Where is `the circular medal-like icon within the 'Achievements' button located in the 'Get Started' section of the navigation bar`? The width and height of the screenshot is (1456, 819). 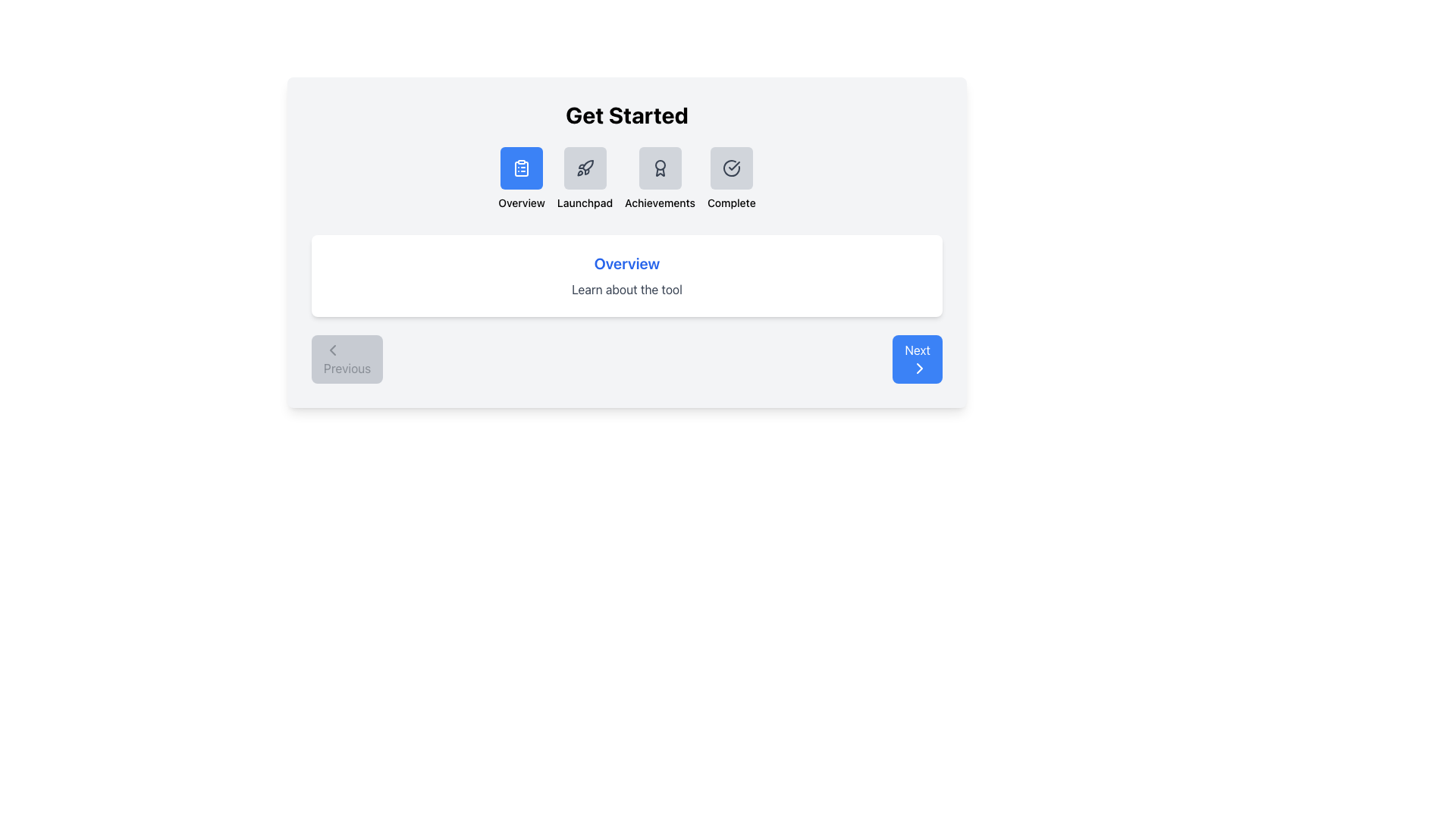 the circular medal-like icon within the 'Achievements' button located in the 'Get Started' section of the navigation bar is located at coordinates (660, 168).